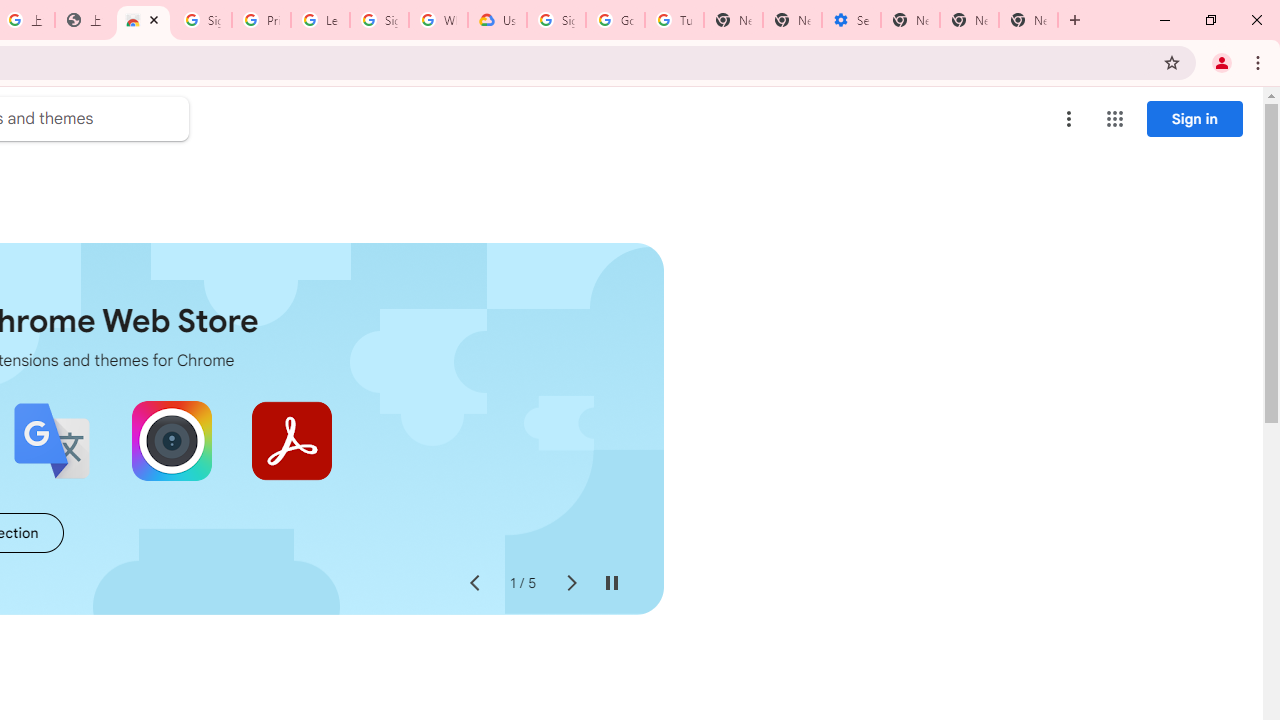 Image resolution: width=1280 pixels, height=720 pixels. I want to click on 'Awesome Screen Recorder & Screenshot', so click(171, 440).